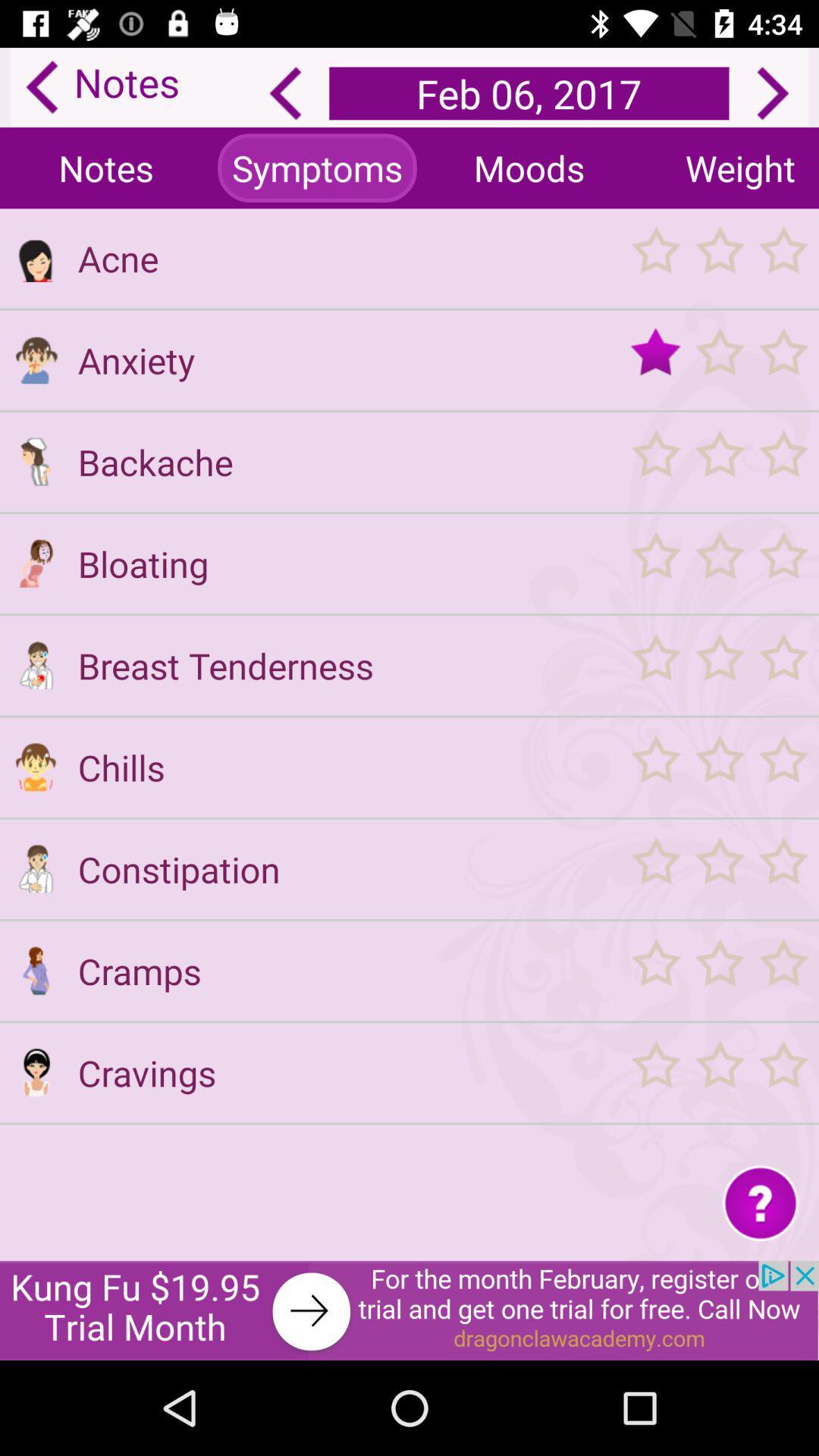 This screenshot has width=819, height=1456. What do you see at coordinates (409, 1310) in the screenshot?
I see `advert` at bounding box center [409, 1310].